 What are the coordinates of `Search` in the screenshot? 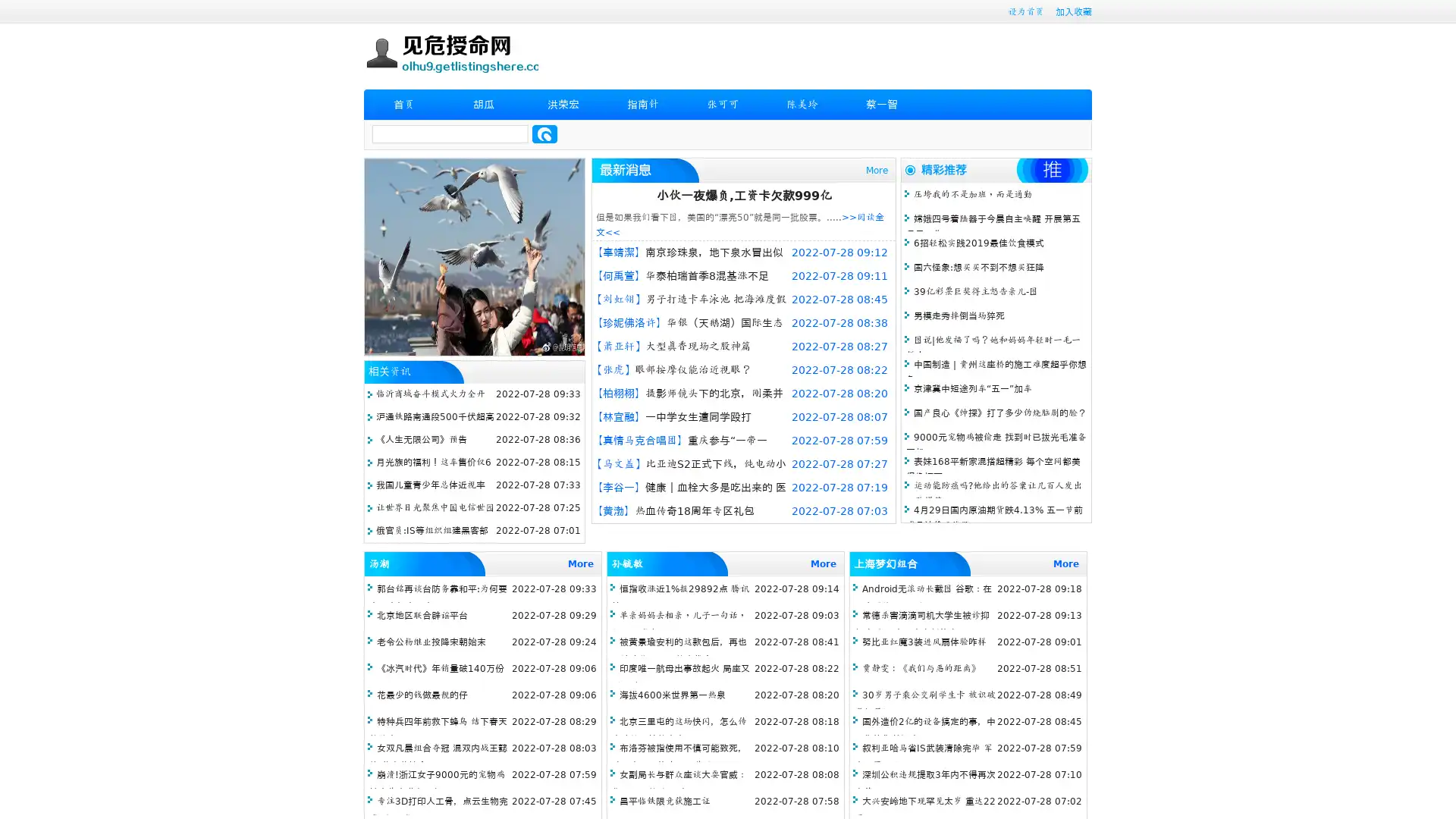 It's located at (544, 133).